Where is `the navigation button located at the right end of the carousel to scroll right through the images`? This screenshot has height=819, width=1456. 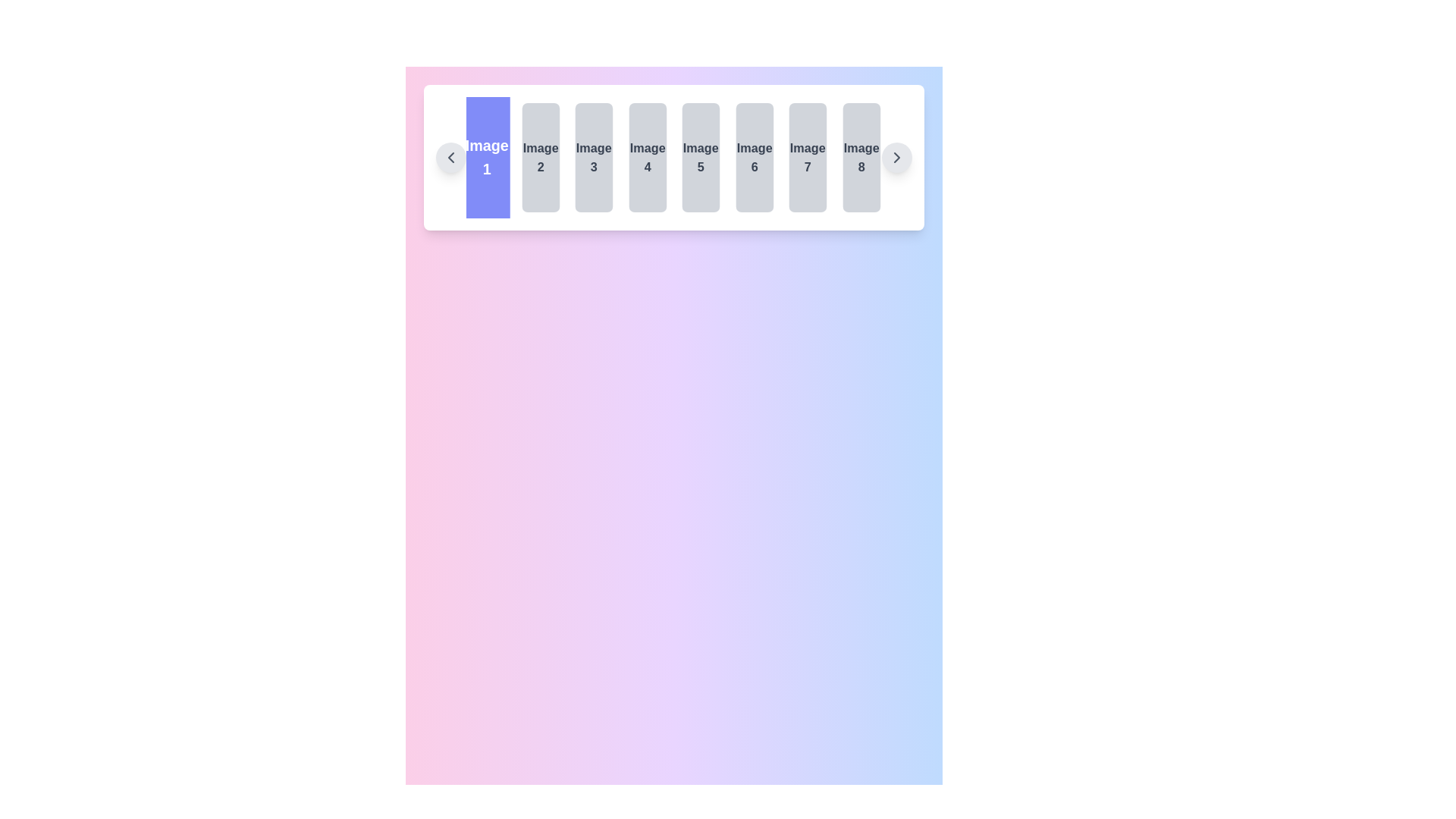 the navigation button located at the right end of the carousel to scroll right through the images is located at coordinates (896, 158).